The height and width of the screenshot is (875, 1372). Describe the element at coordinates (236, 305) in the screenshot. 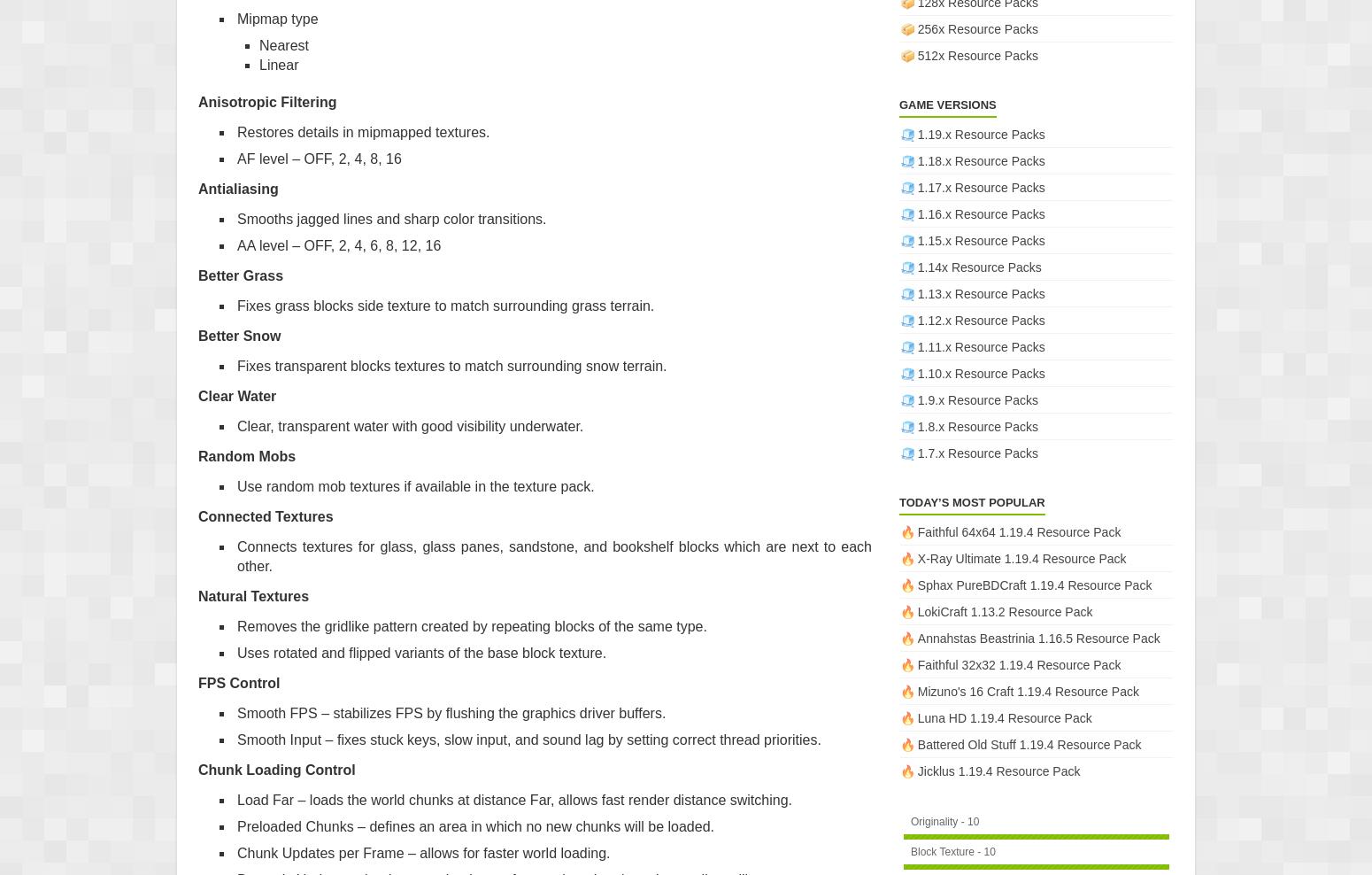

I see `'Fixes grass blocks side texture to match surrounding grass terrain.'` at that location.